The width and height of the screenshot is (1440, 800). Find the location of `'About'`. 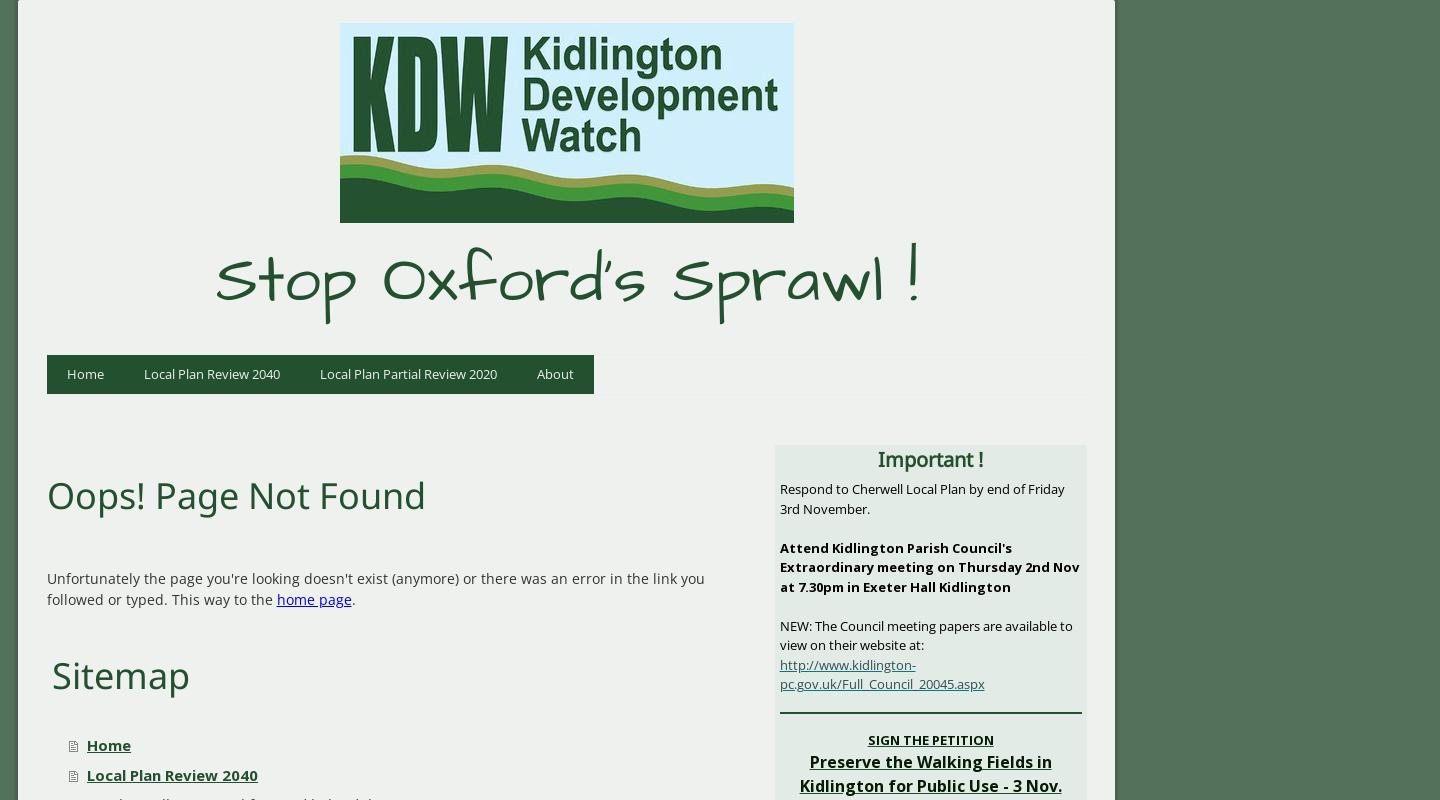

'About' is located at coordinates (554, 371).